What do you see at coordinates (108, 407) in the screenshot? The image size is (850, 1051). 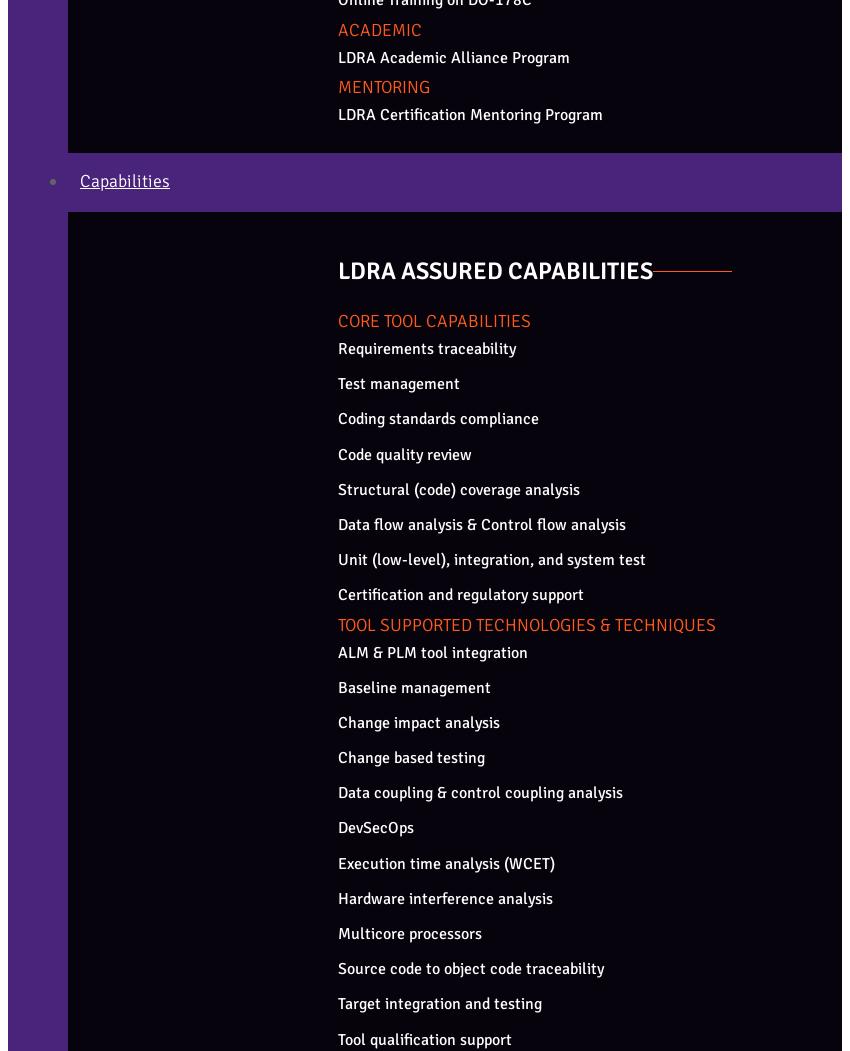 I see `'Resource Centre'` at bounding box center [108, 407].